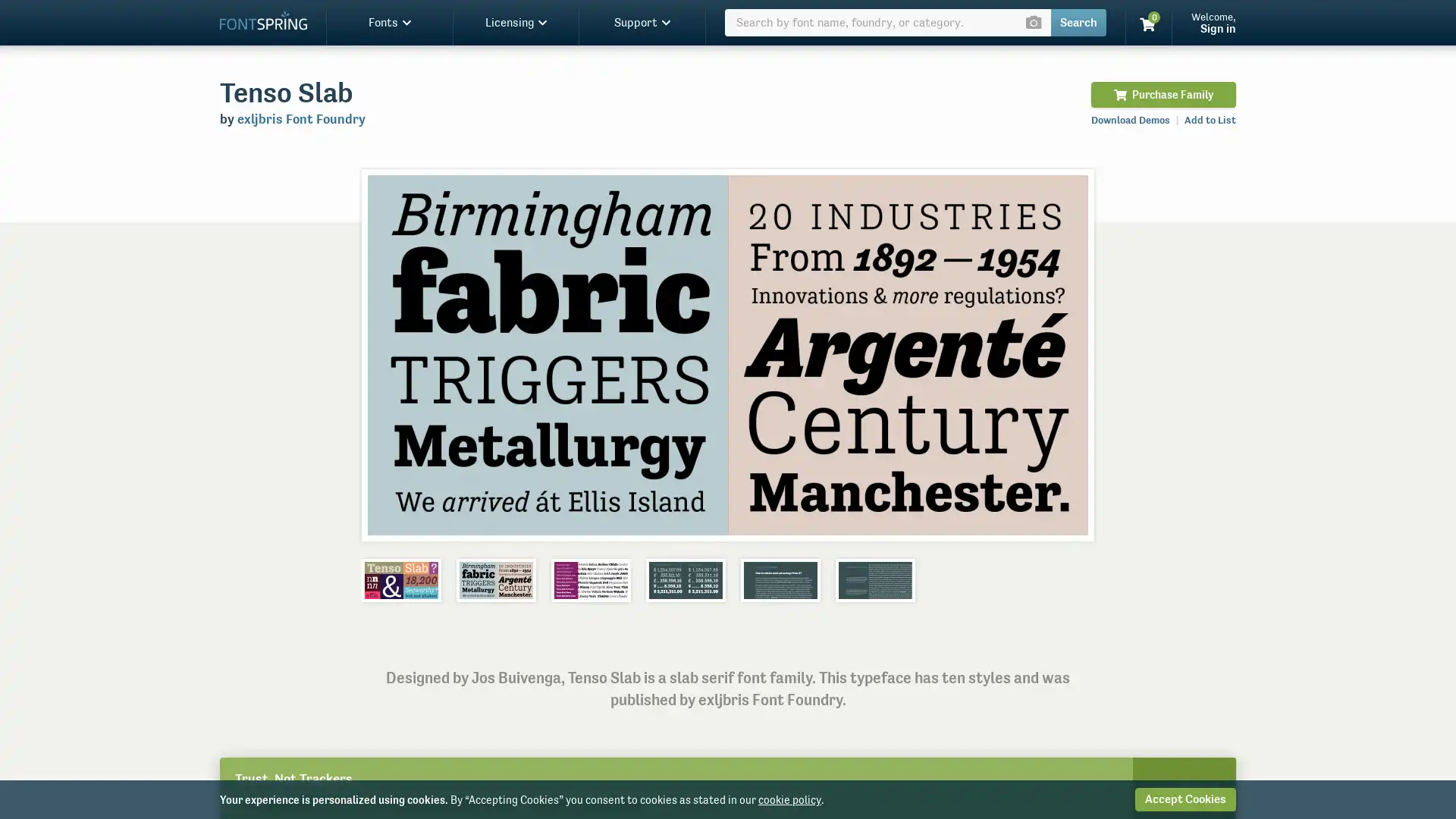 This screenshot has width=1456, height=819. Describe the element at coordinates (1131, 119) in the screenshot. I see `Download Demos` at that location.